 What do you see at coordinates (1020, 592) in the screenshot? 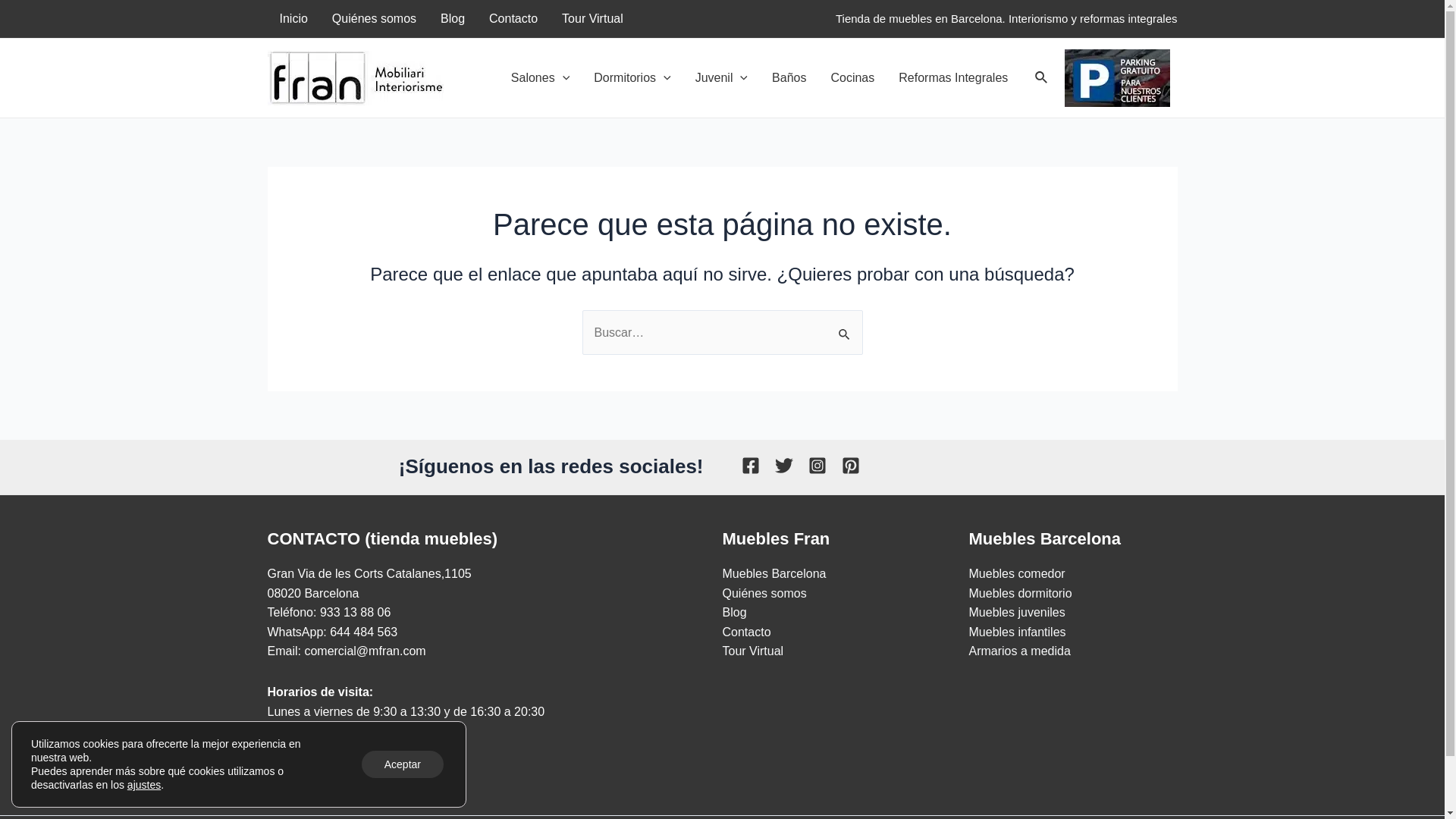
I see `'Muebles dormitorio'` at bounding box center [1020, 592].